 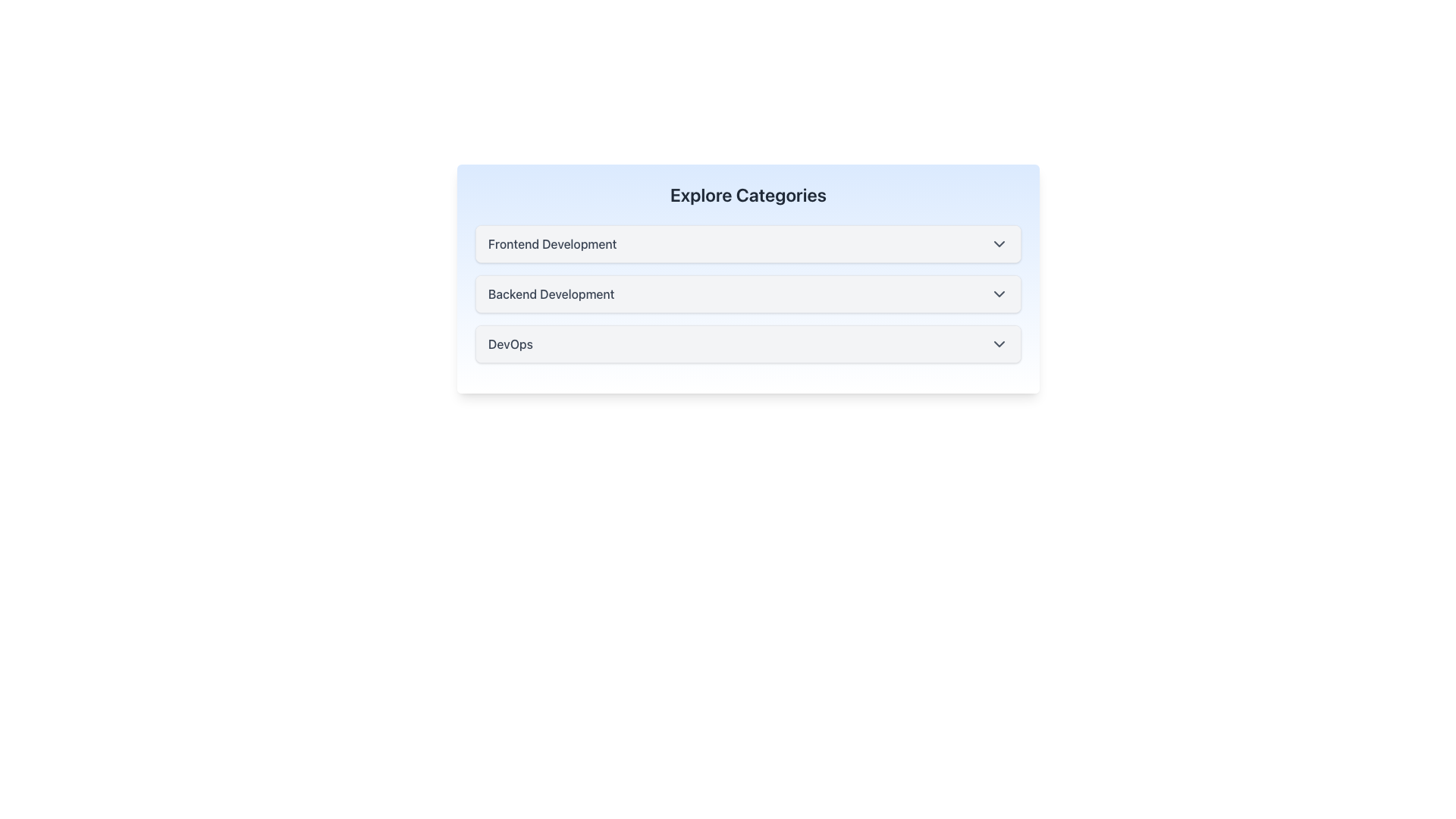 What do you see at coordinates (748, 278) in the screenshot?
I see `the second item in the vertical list under the title 'Explore Categories', which is the Dropdown trigger for 'Backend Development'` at bounding box center [748, 278].